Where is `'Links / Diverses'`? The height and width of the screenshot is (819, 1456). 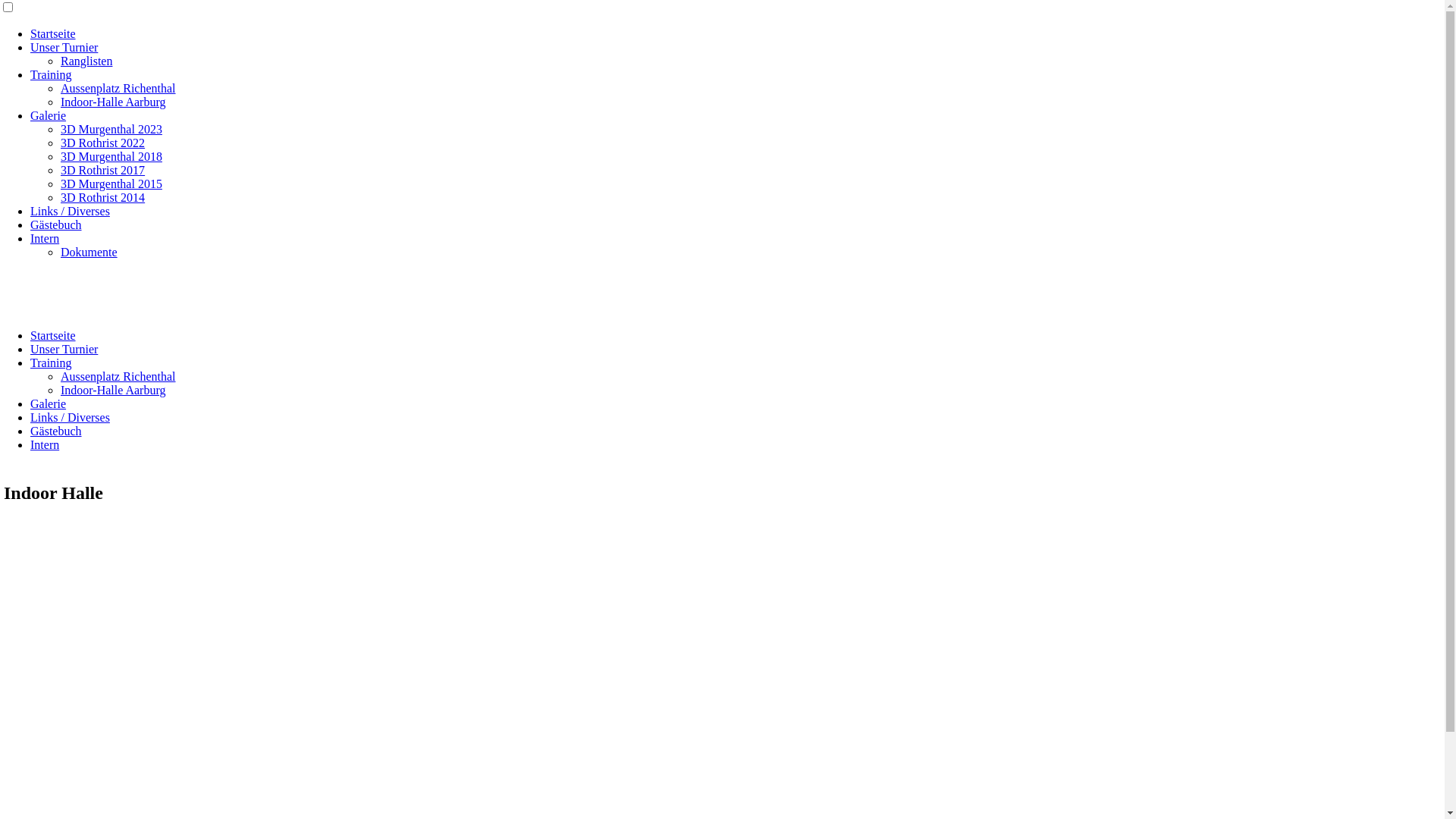 'Links / Diverses' is located at coordinates (69, 417).